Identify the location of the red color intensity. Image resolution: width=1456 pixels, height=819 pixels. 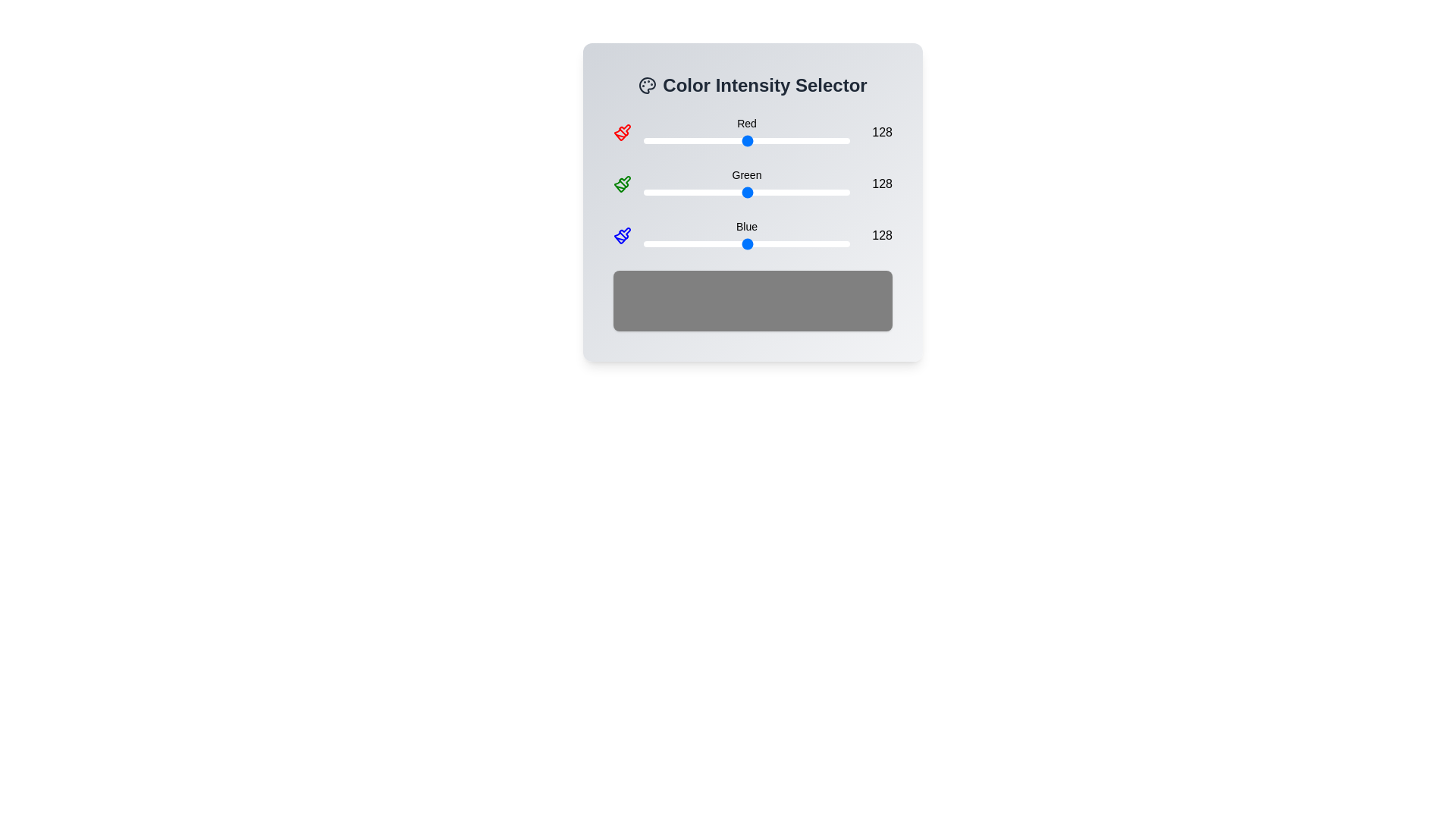
(716, 140).